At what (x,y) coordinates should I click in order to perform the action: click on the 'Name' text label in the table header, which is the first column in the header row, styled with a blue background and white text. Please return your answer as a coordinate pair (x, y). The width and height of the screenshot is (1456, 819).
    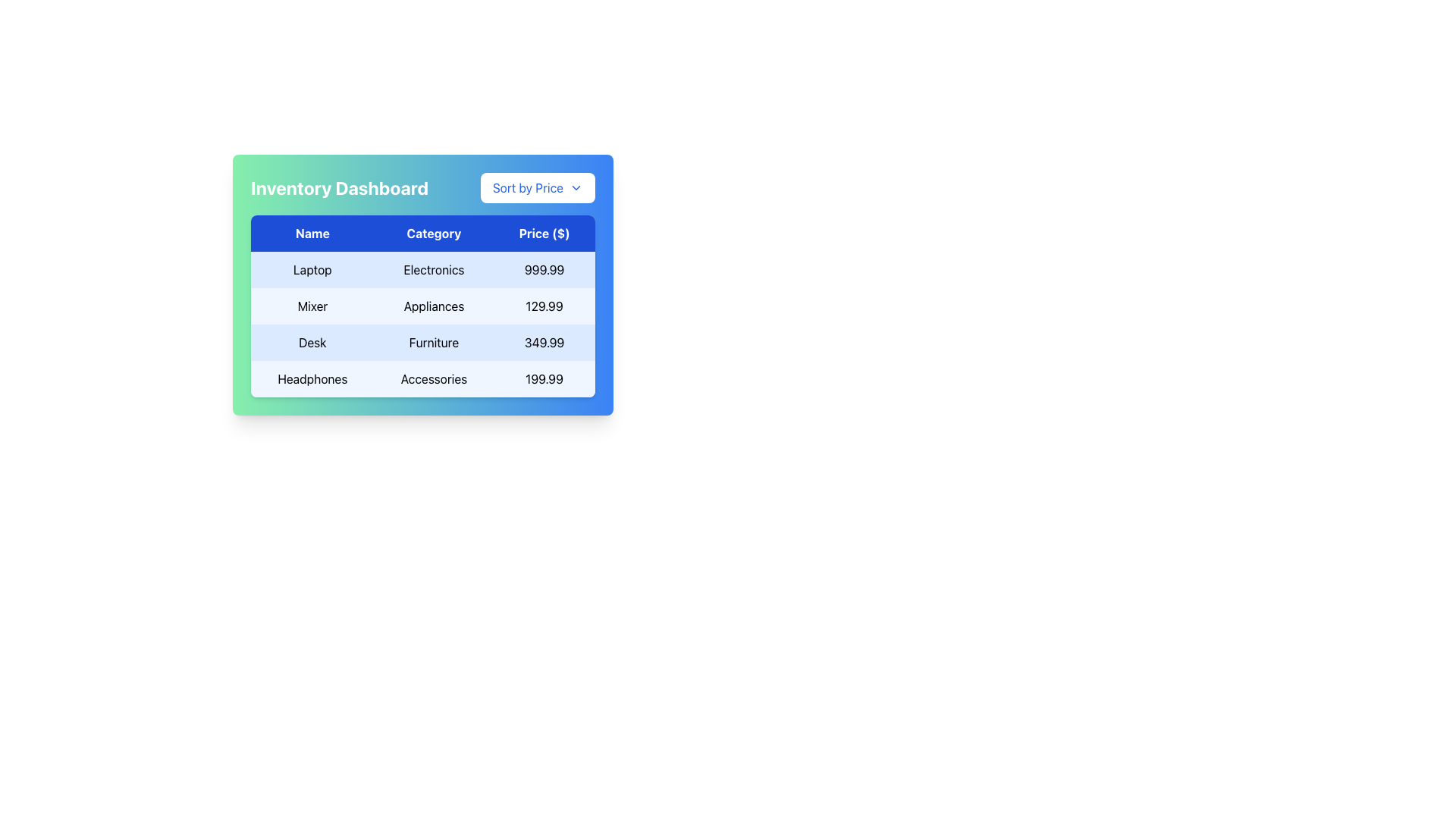
    Looking at the image, I should click on (312, 234).